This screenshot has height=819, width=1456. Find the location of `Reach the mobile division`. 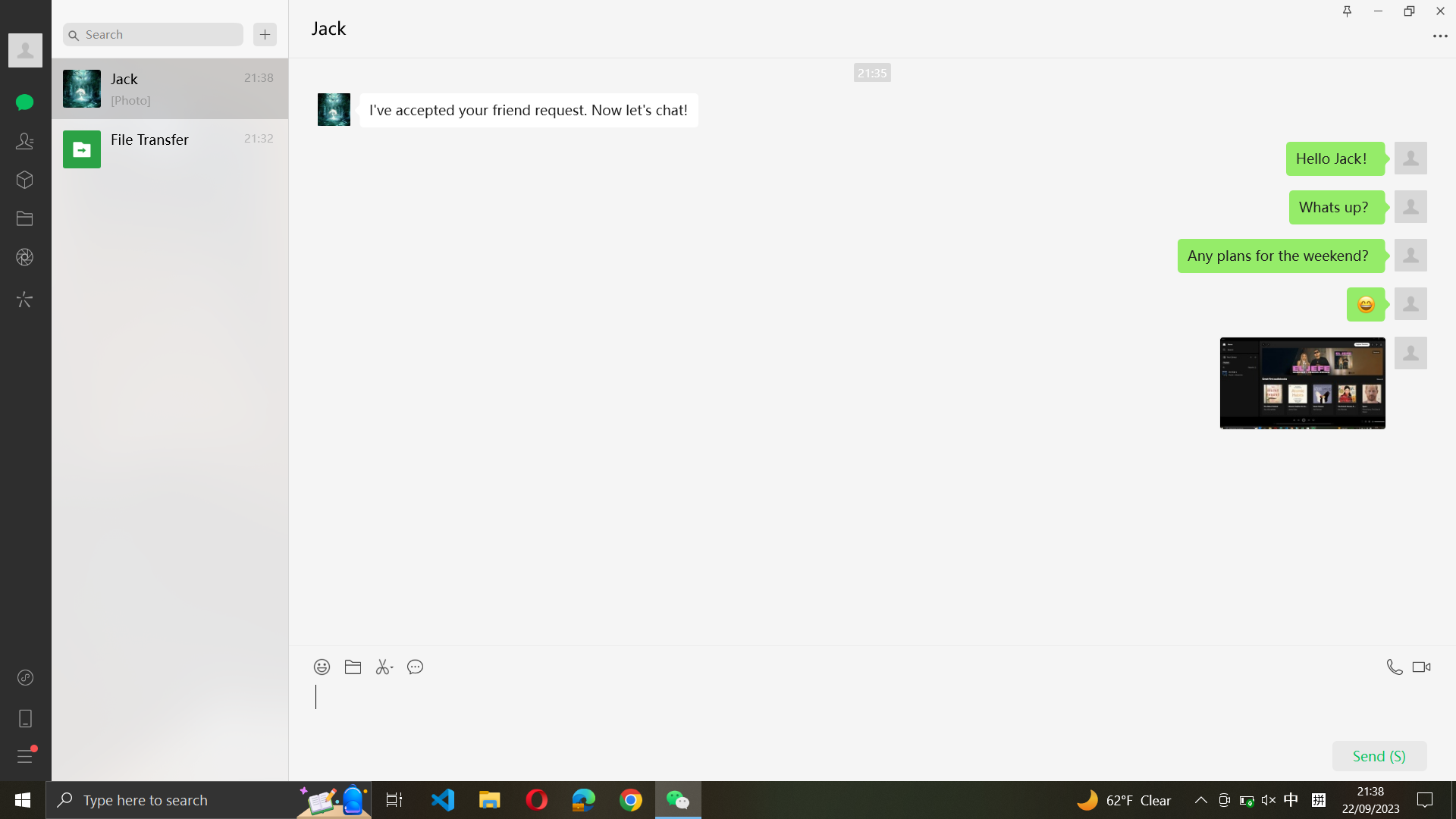

Reach the mobile division is located at coordinates (25, 717).